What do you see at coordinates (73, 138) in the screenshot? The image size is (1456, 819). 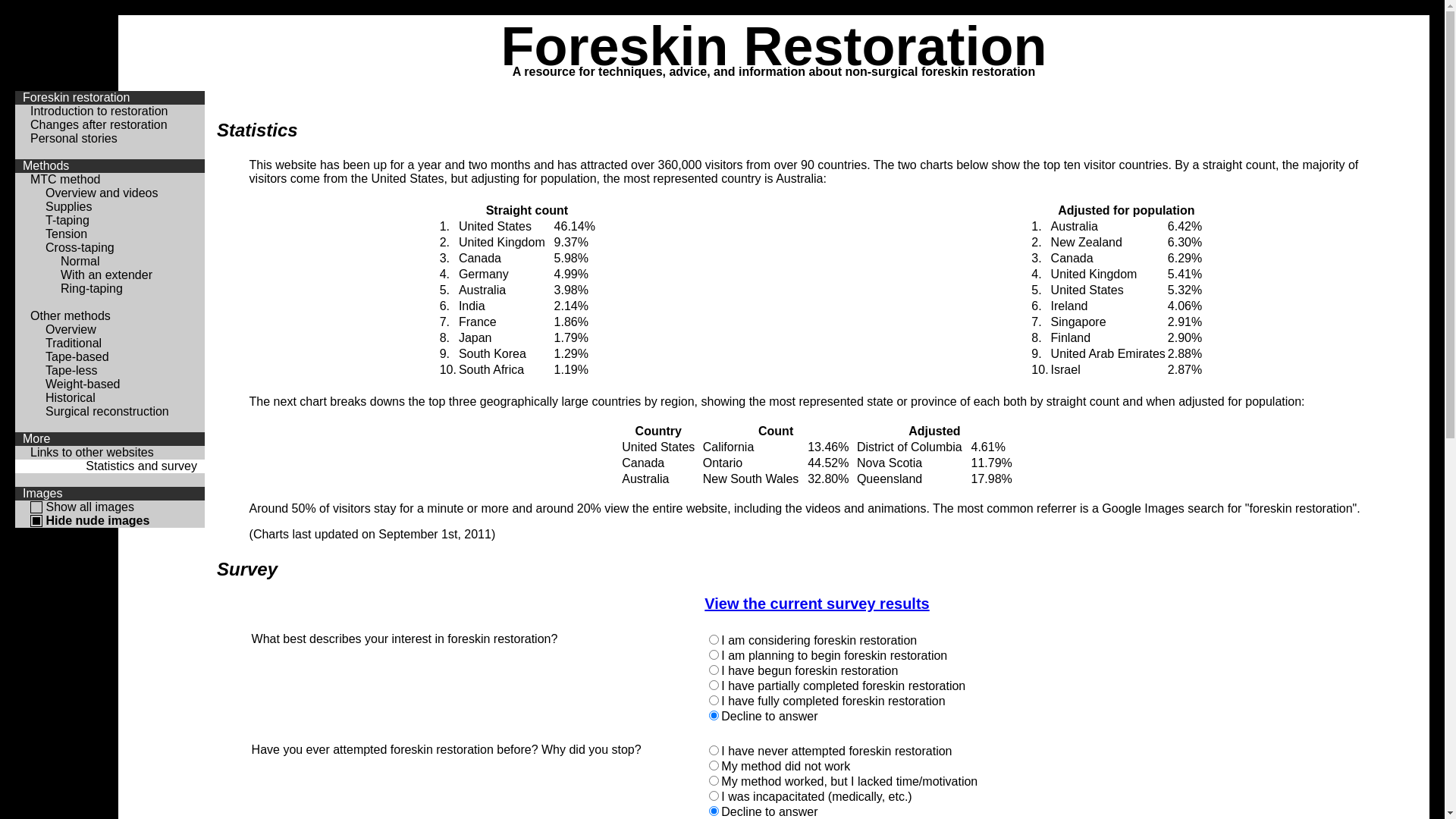 I see `'Personal stories'` at bounding box center [73, 138].